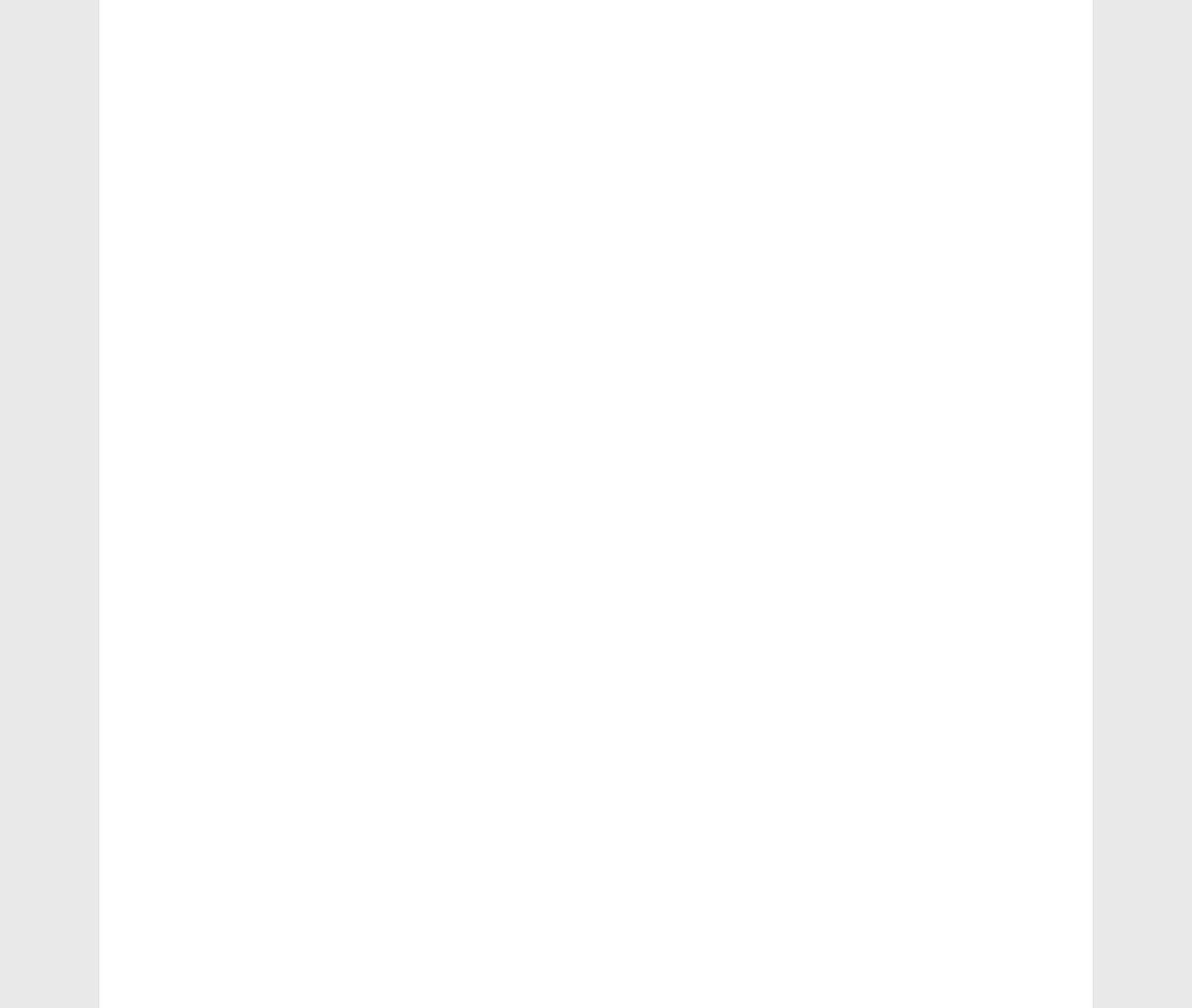 This screenshot has height=1008, width=1192. What do you see at coordinates (869, 47) in the screenshot?
I see `'css'` at bounding box center [869, 47].